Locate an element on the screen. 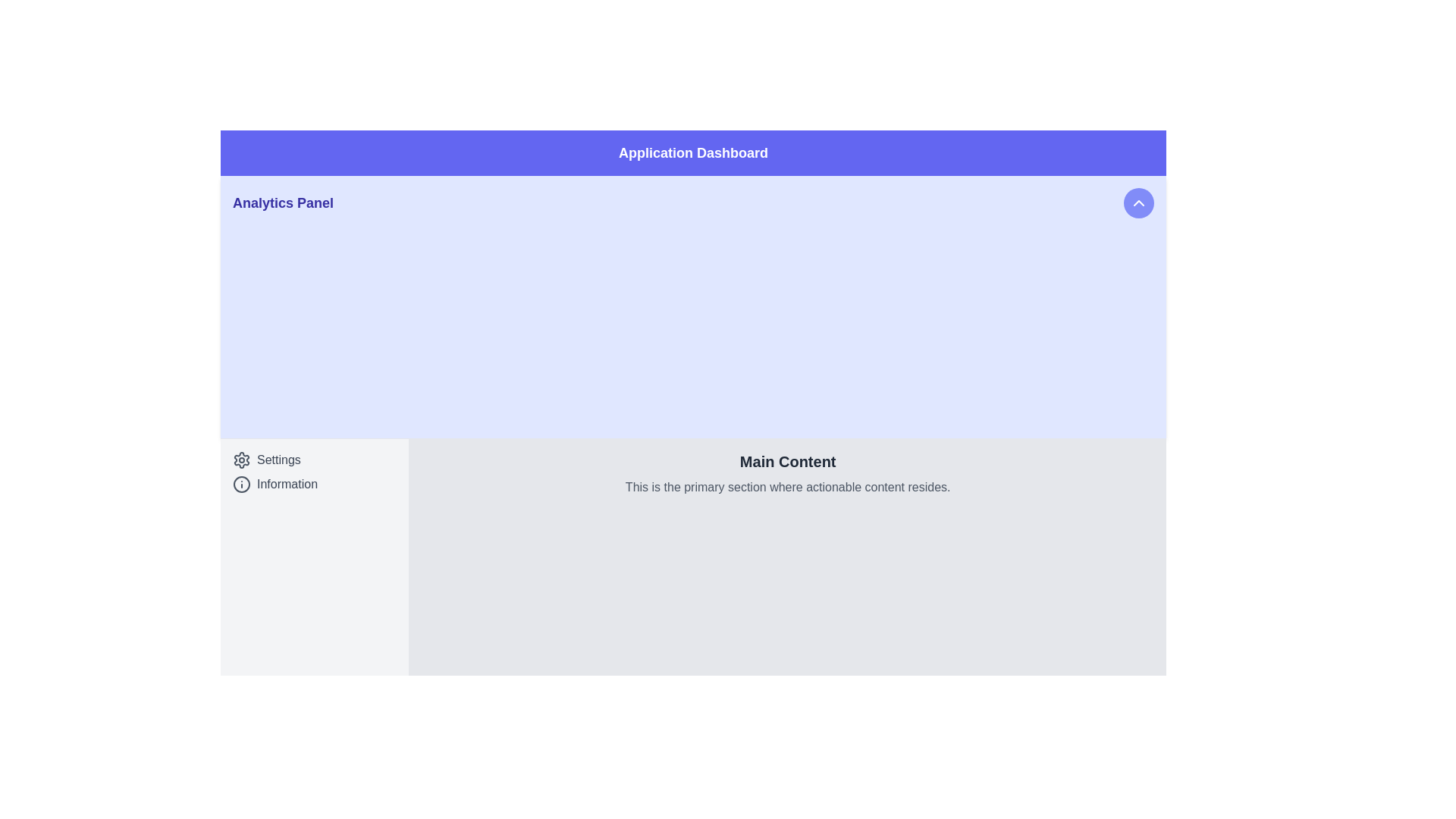 The height and width of the screenshot is (819, 1456). the text label saying 'This is the primary section where actionable content resides.' located below the 'Main Content' header is located at coordinates (788, 487).